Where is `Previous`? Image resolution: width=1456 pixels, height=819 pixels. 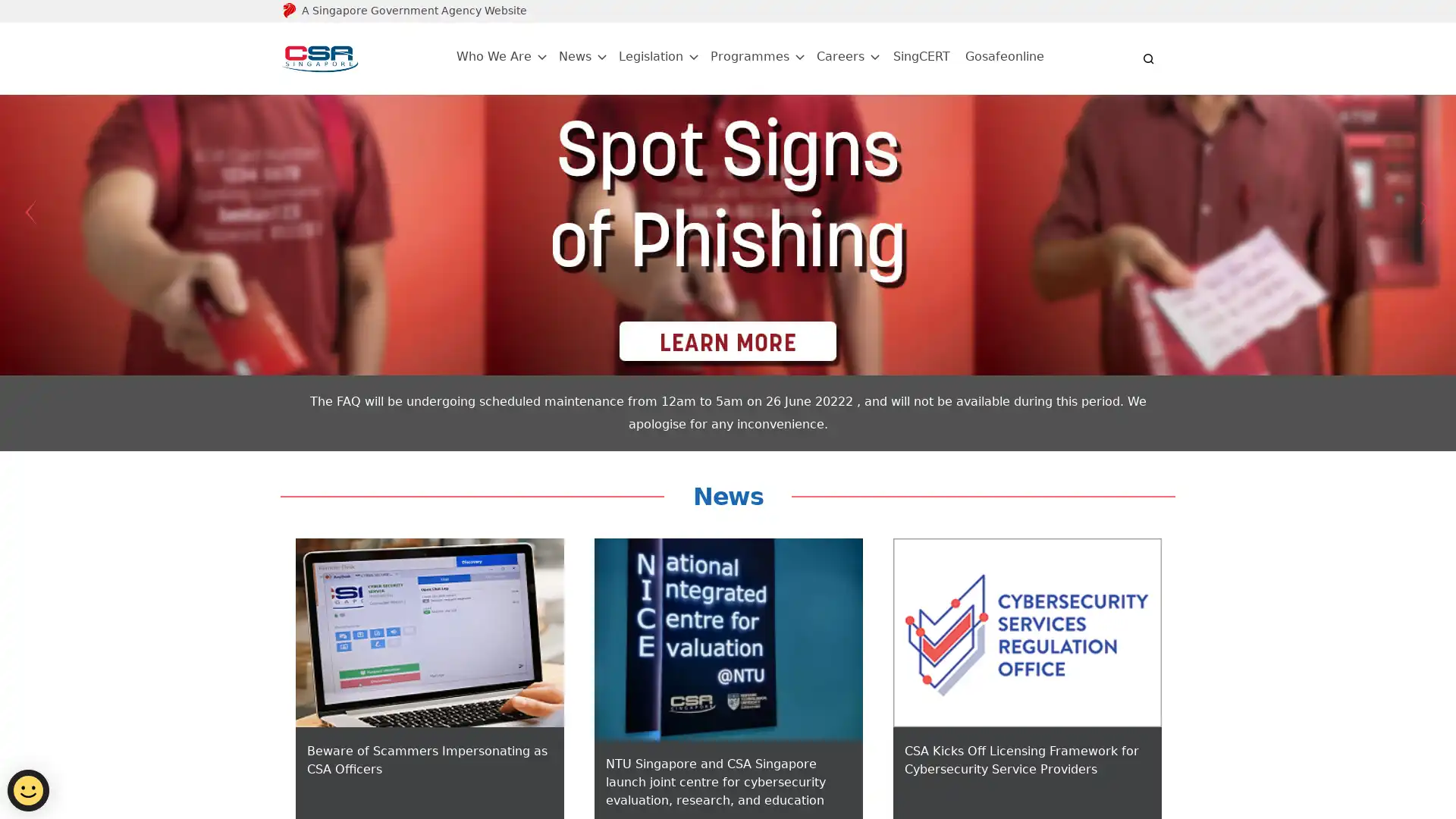 Previous is located at coordinates (30, 212).